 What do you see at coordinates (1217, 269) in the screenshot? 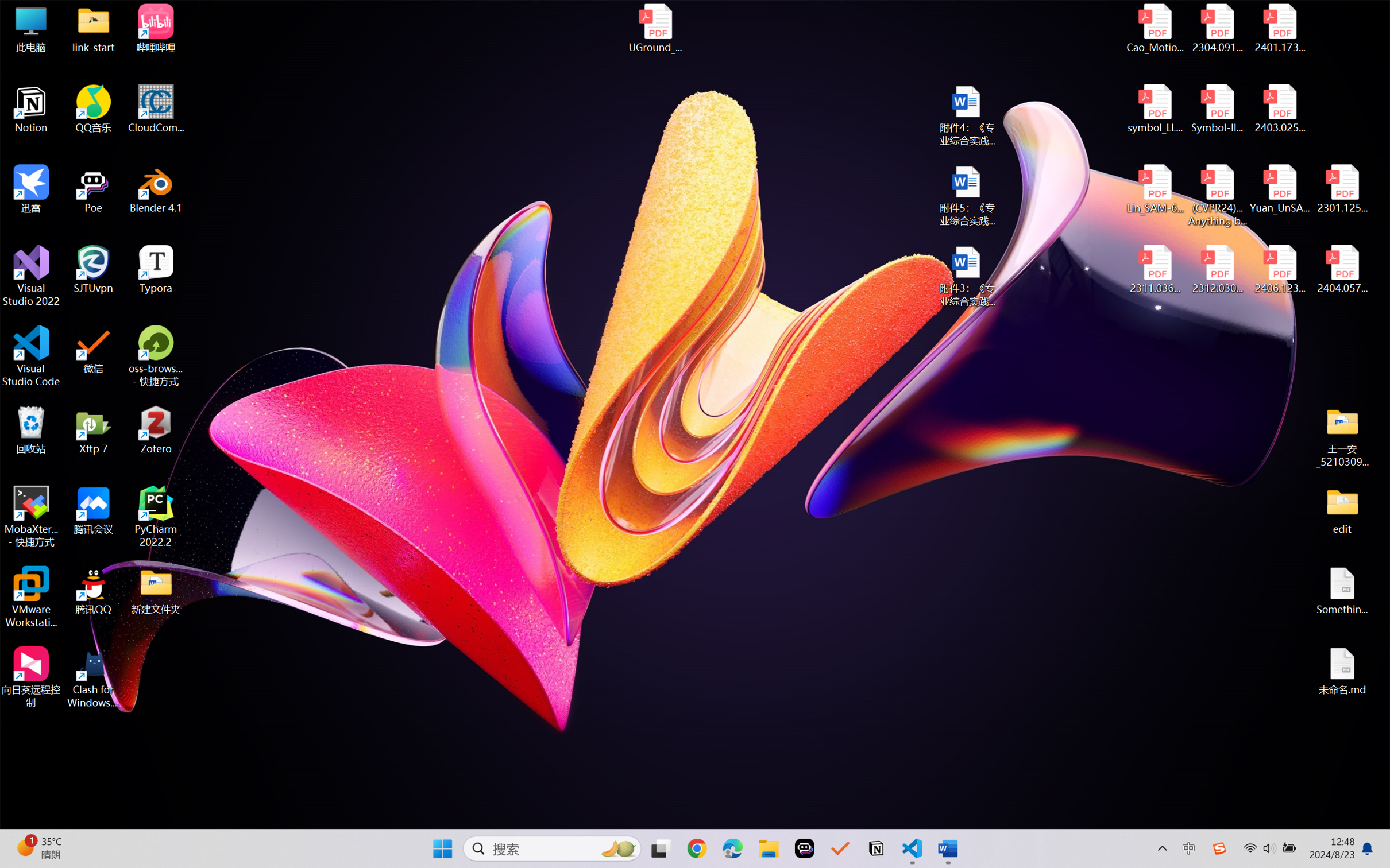
I see `'2312.03032v2.pdf'` at bounding box center [1217, 269].